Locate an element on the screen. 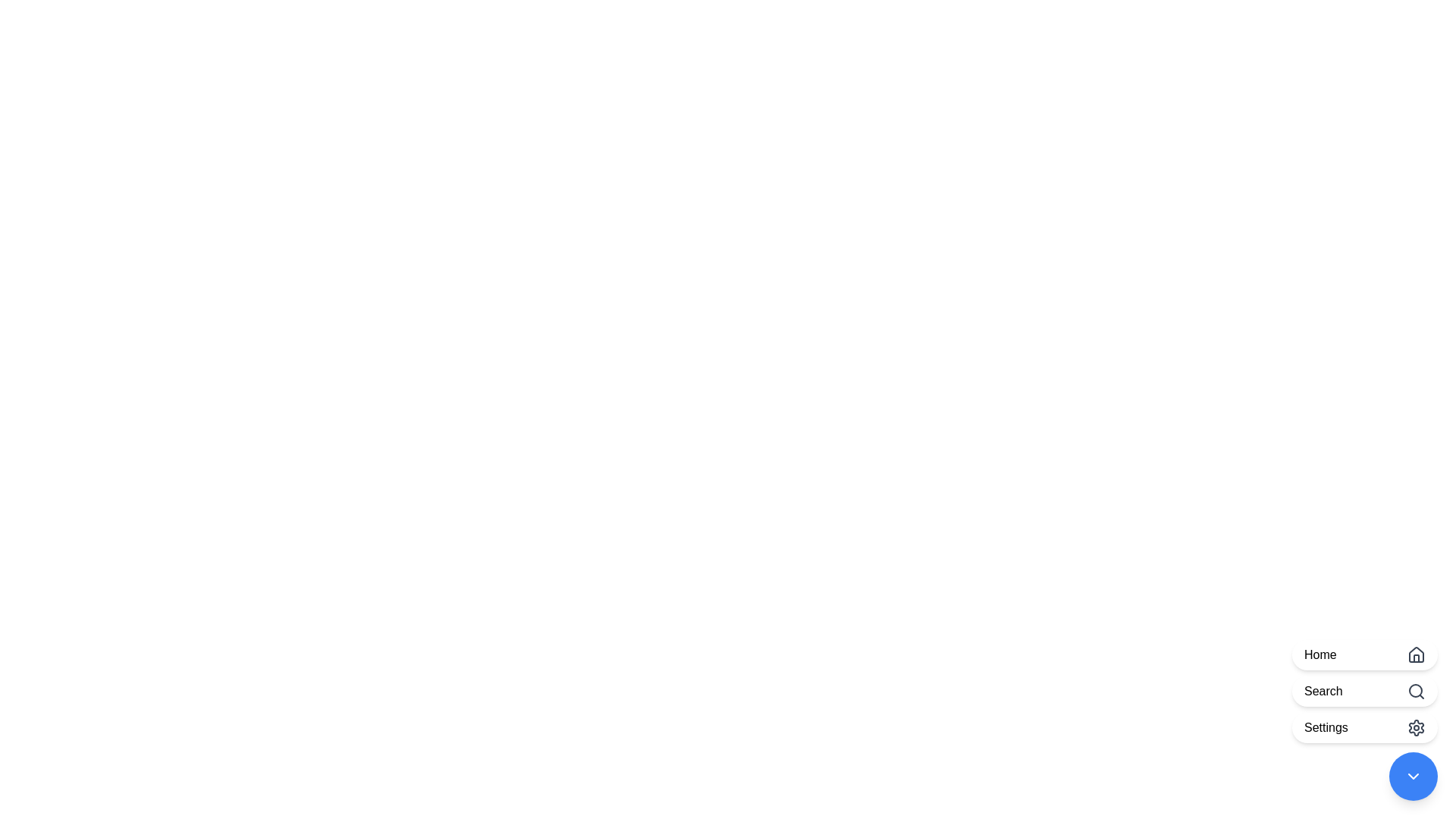 The height and width of the screenshot is (819, 1456). the gear icon in the top-right corner of the 'Settings' button is located at coordinates (1415, 727).